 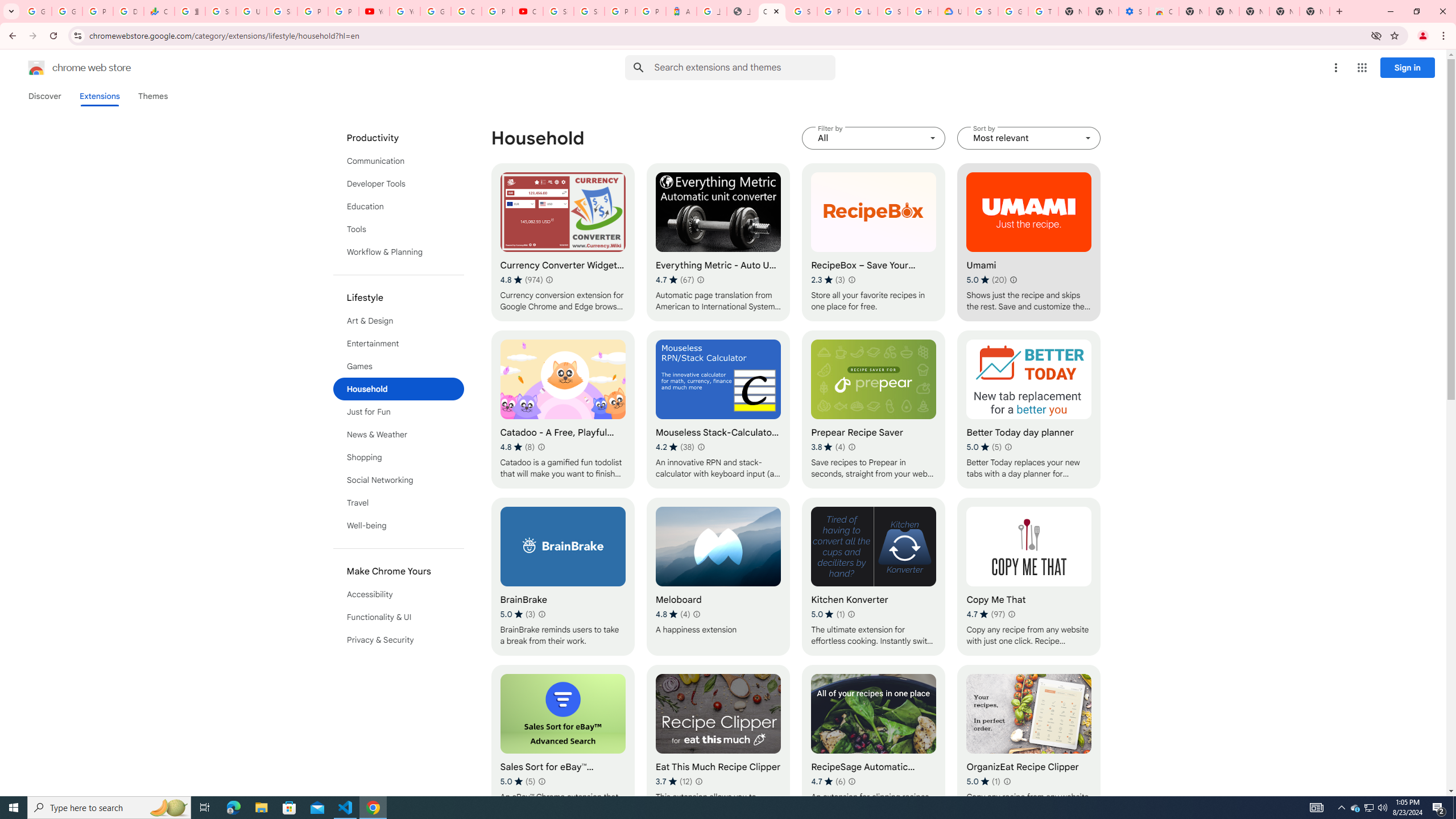 I want to click on 'Discover', so click(x=44, y=96).